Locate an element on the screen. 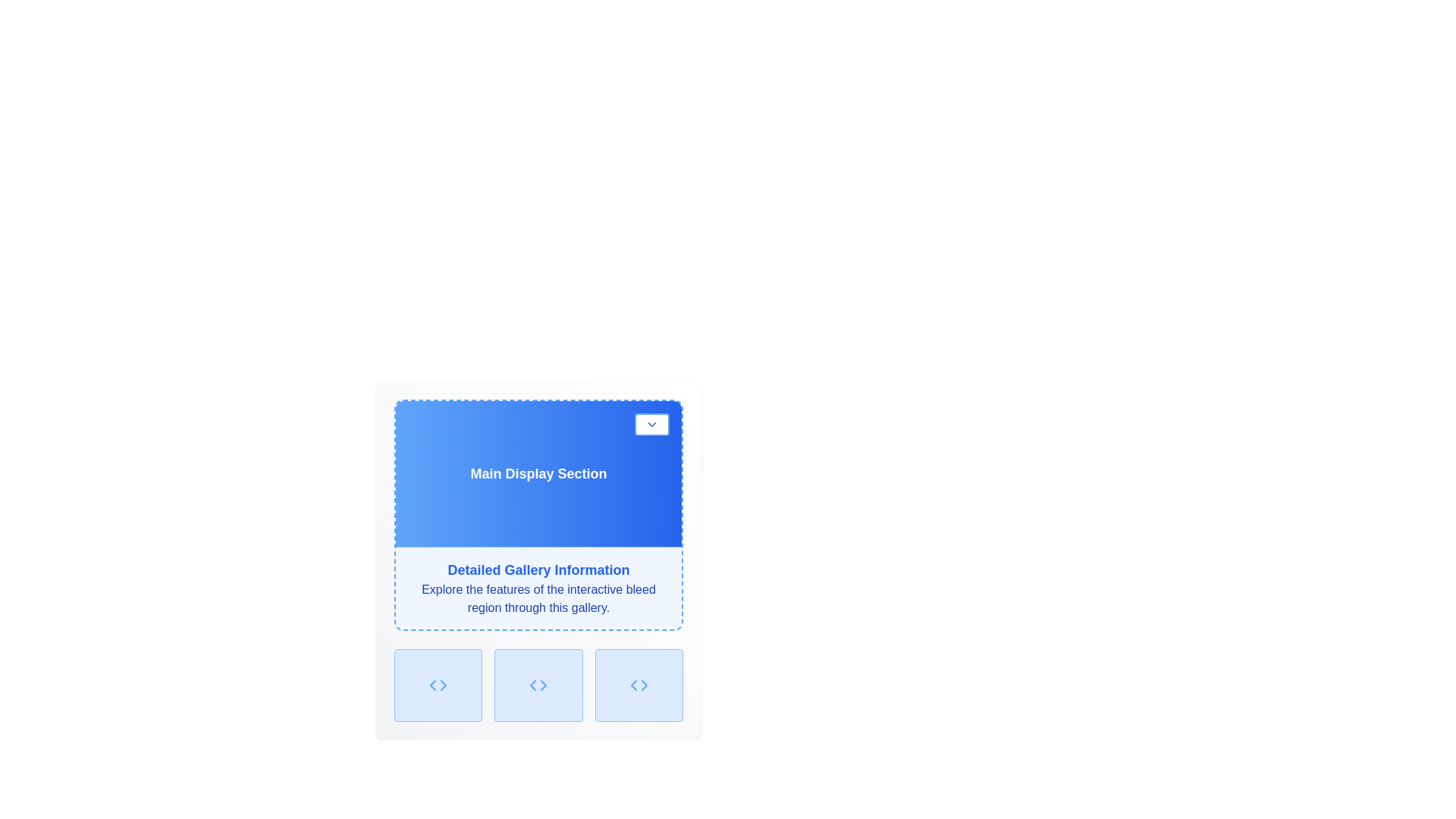 The width and height of the screenshot is (1456, 819). the text label displaying 'Main Display Section', which is bold and white, positioned centrally on a gradient background is located at coordinates (538, 472).